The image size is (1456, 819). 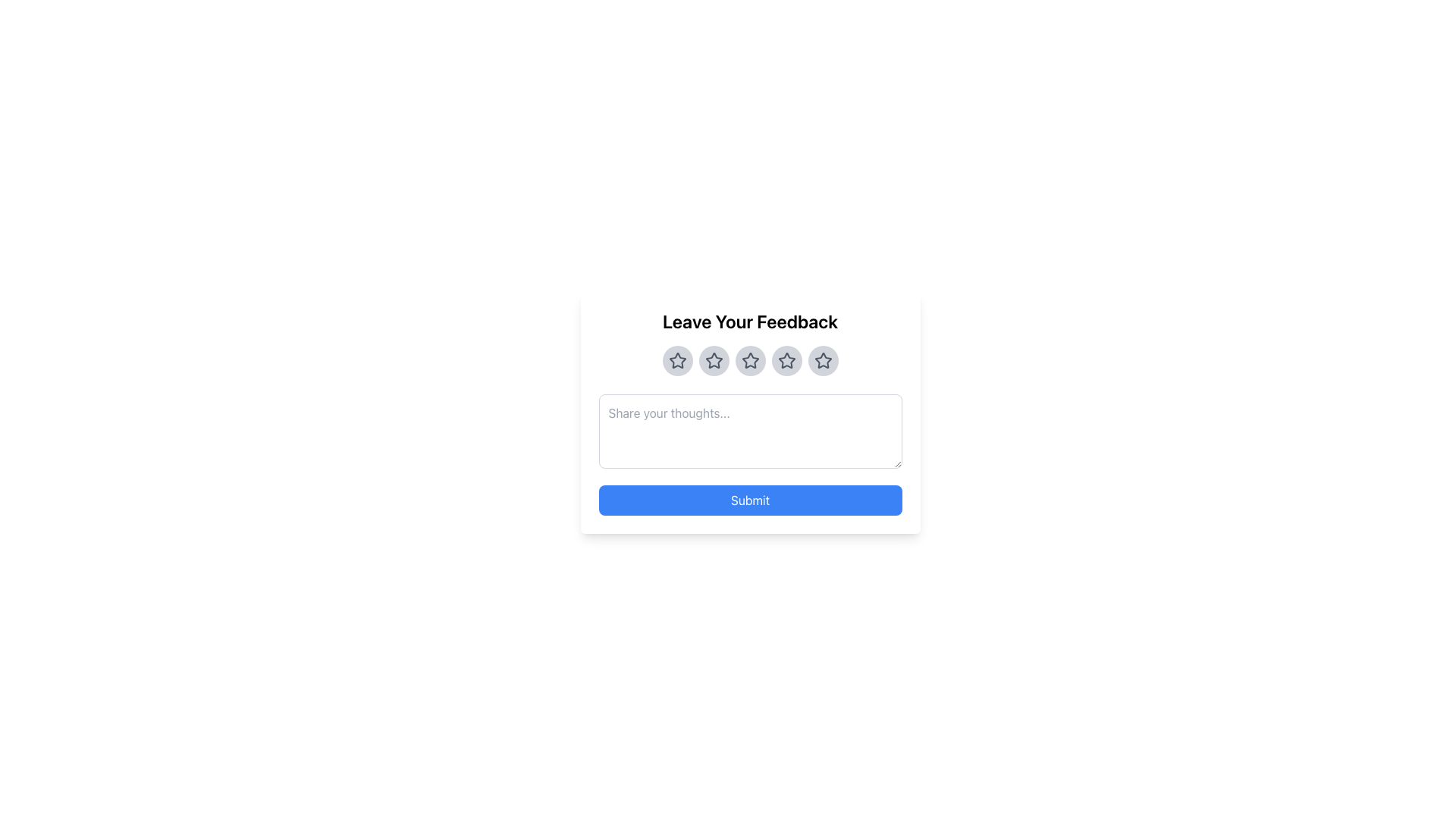 What do you see at coordinates (713, 360) in the screenshot?
I see `on the second star-shaped rating icon located below the 'Leave Your Feedback' text` at bounding box center [713, 360].